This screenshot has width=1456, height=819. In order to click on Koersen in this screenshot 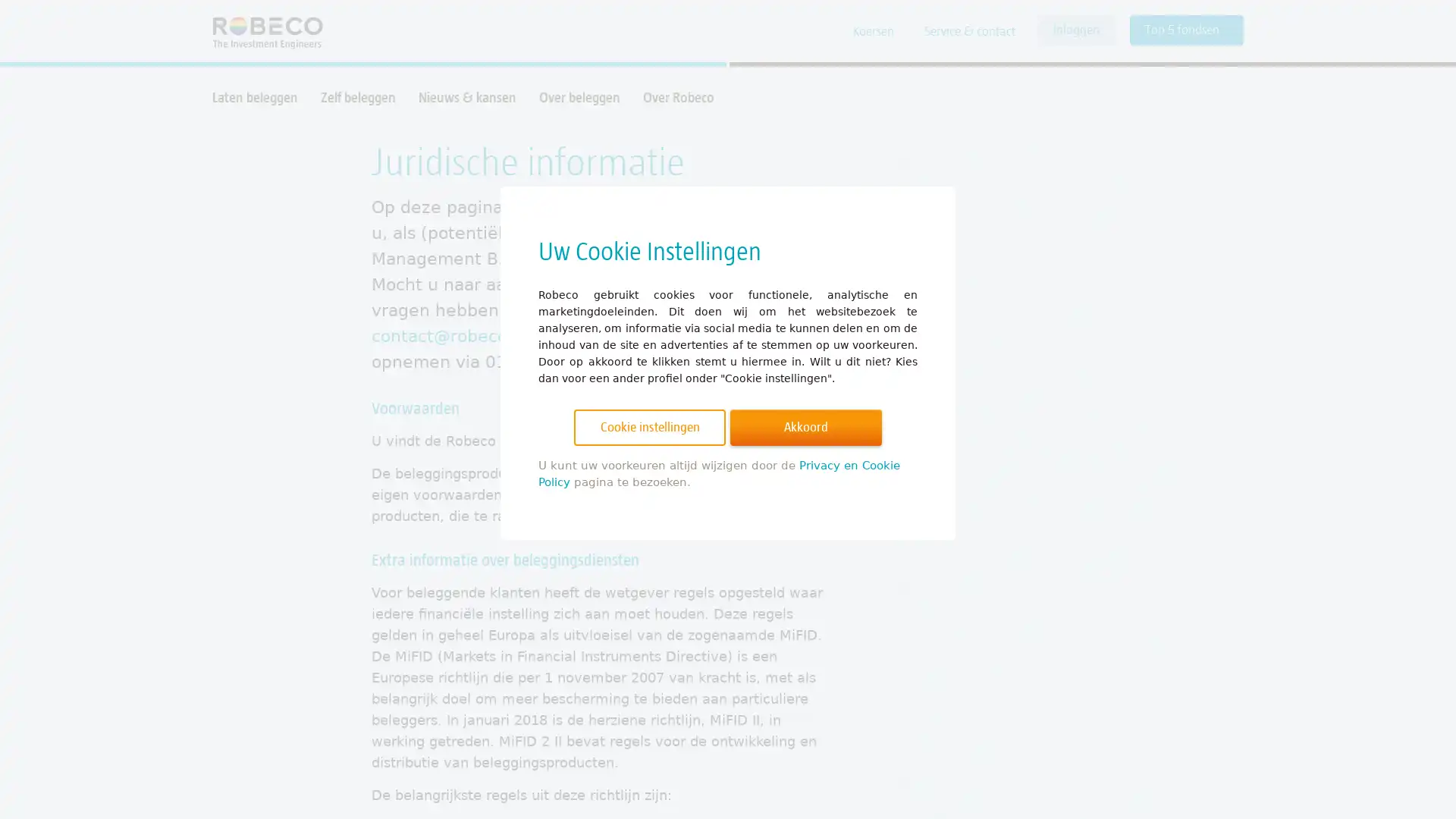, I will do `click(874, 32)`.